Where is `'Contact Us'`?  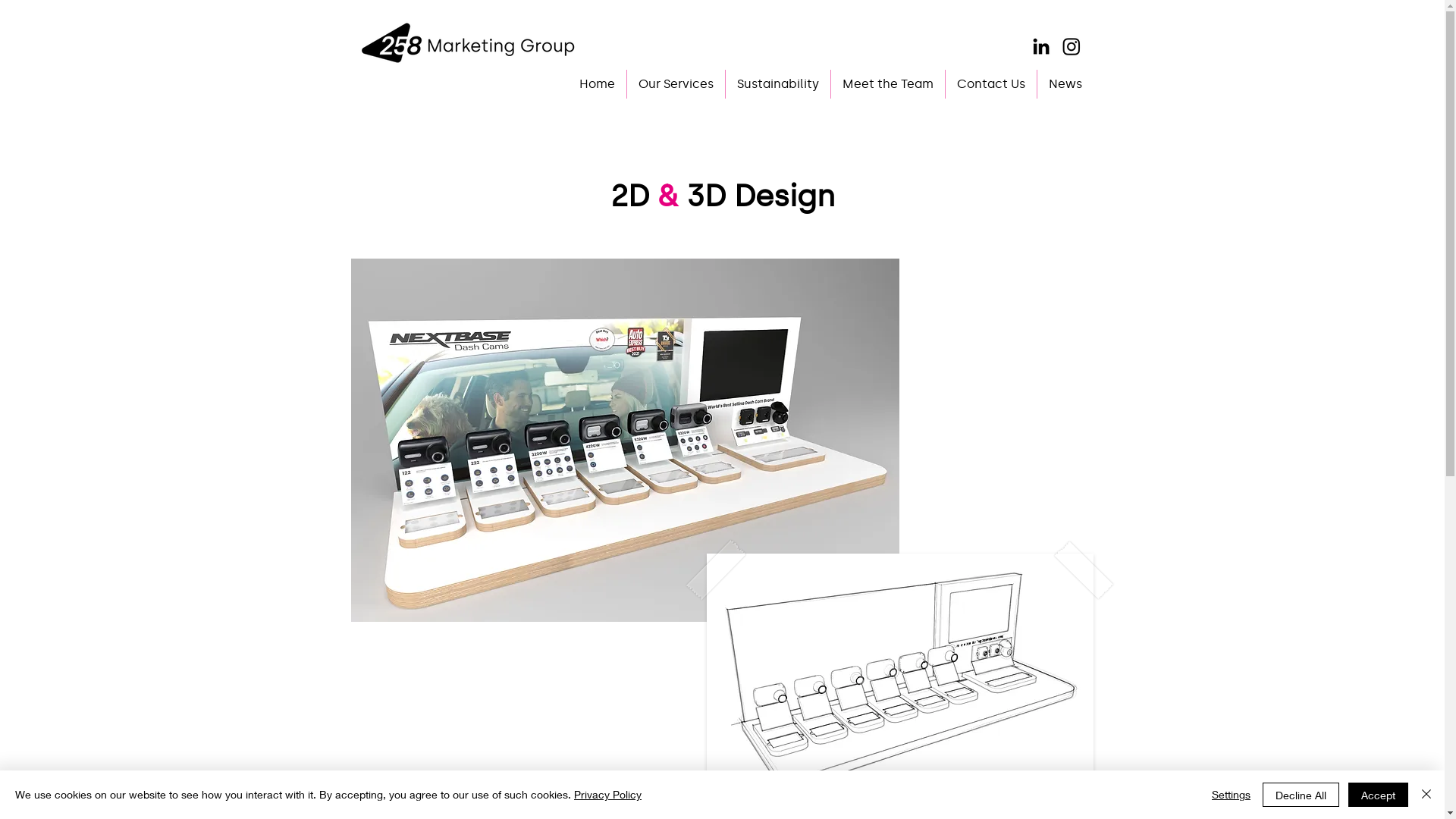
'Contact Us' is located at coordinates (990, 84).